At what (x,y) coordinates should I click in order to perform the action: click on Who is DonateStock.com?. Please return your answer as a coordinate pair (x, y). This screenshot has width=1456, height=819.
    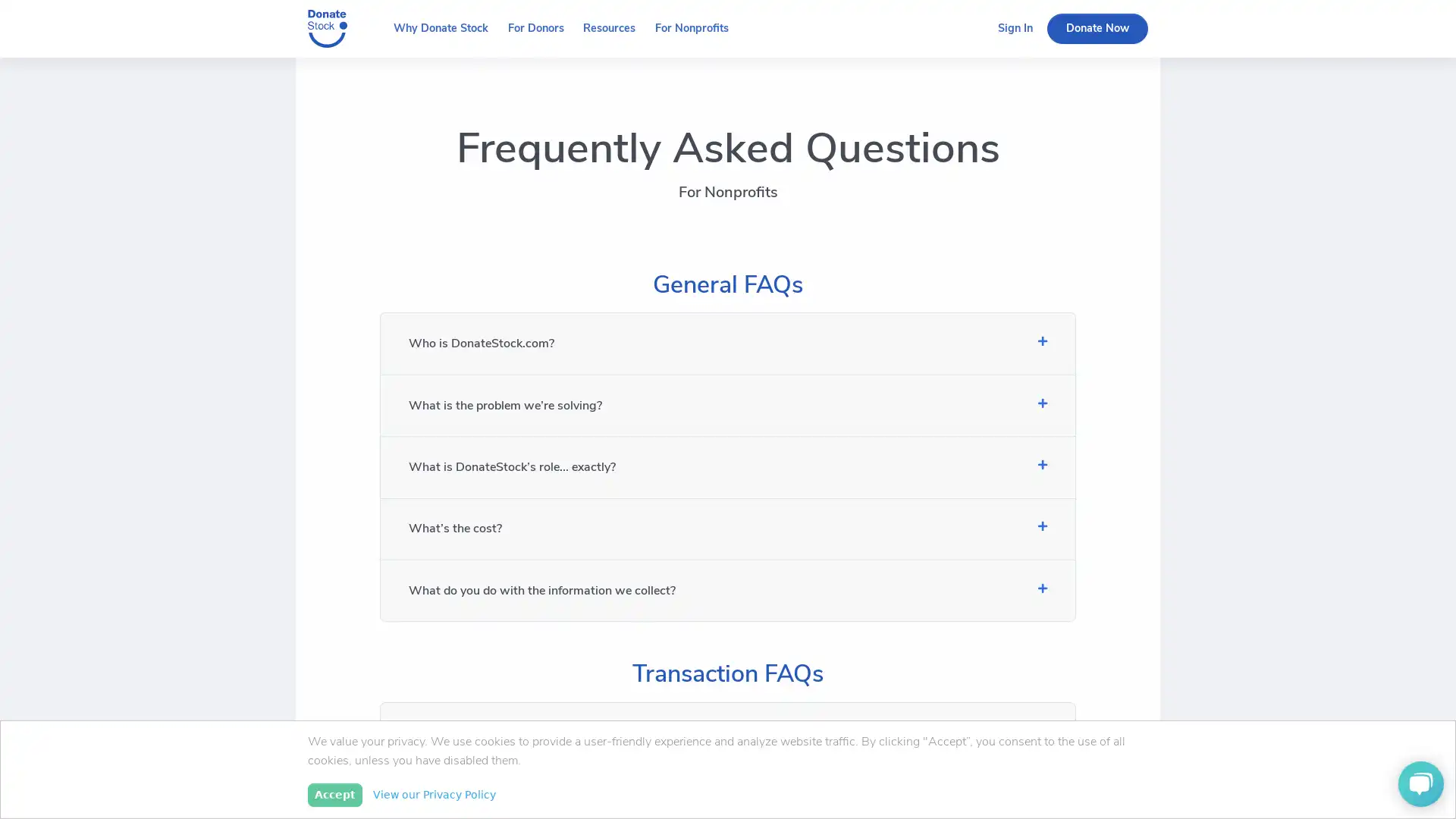
    Looking at the image, I should click on (726, 343).